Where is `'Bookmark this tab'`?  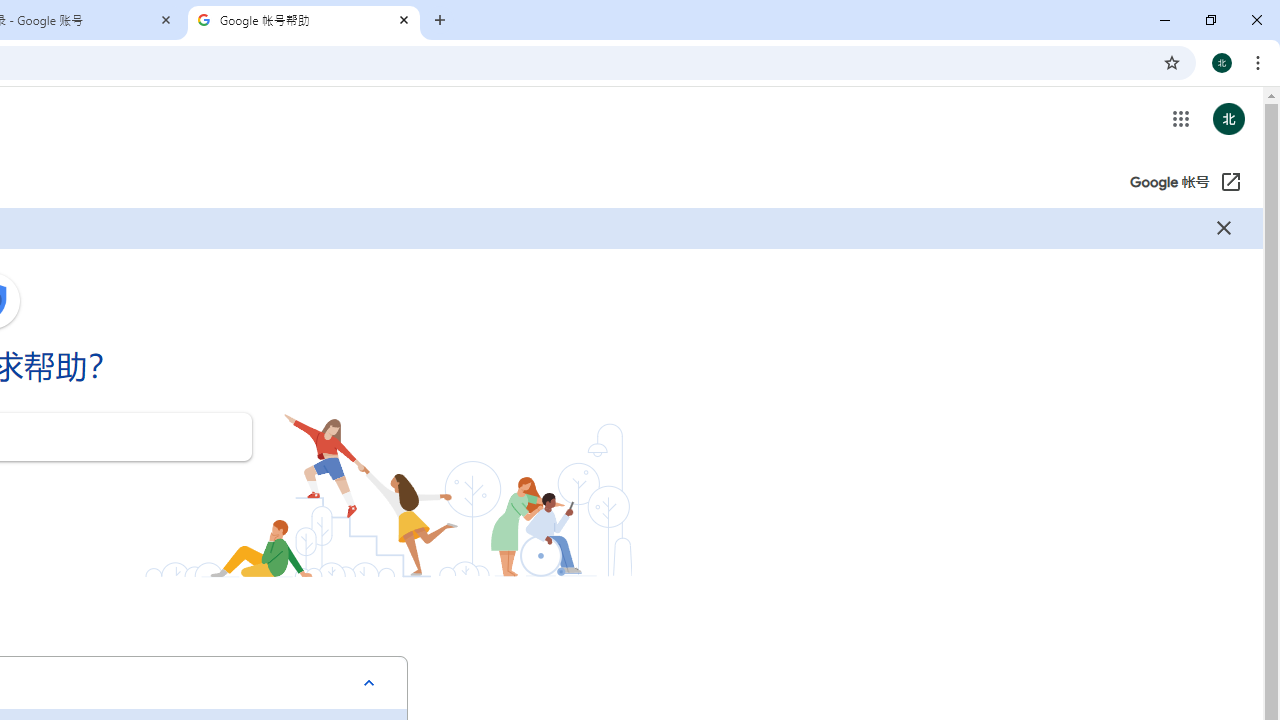
'Bookmark this tab' is located at coordinates (1171, 61).